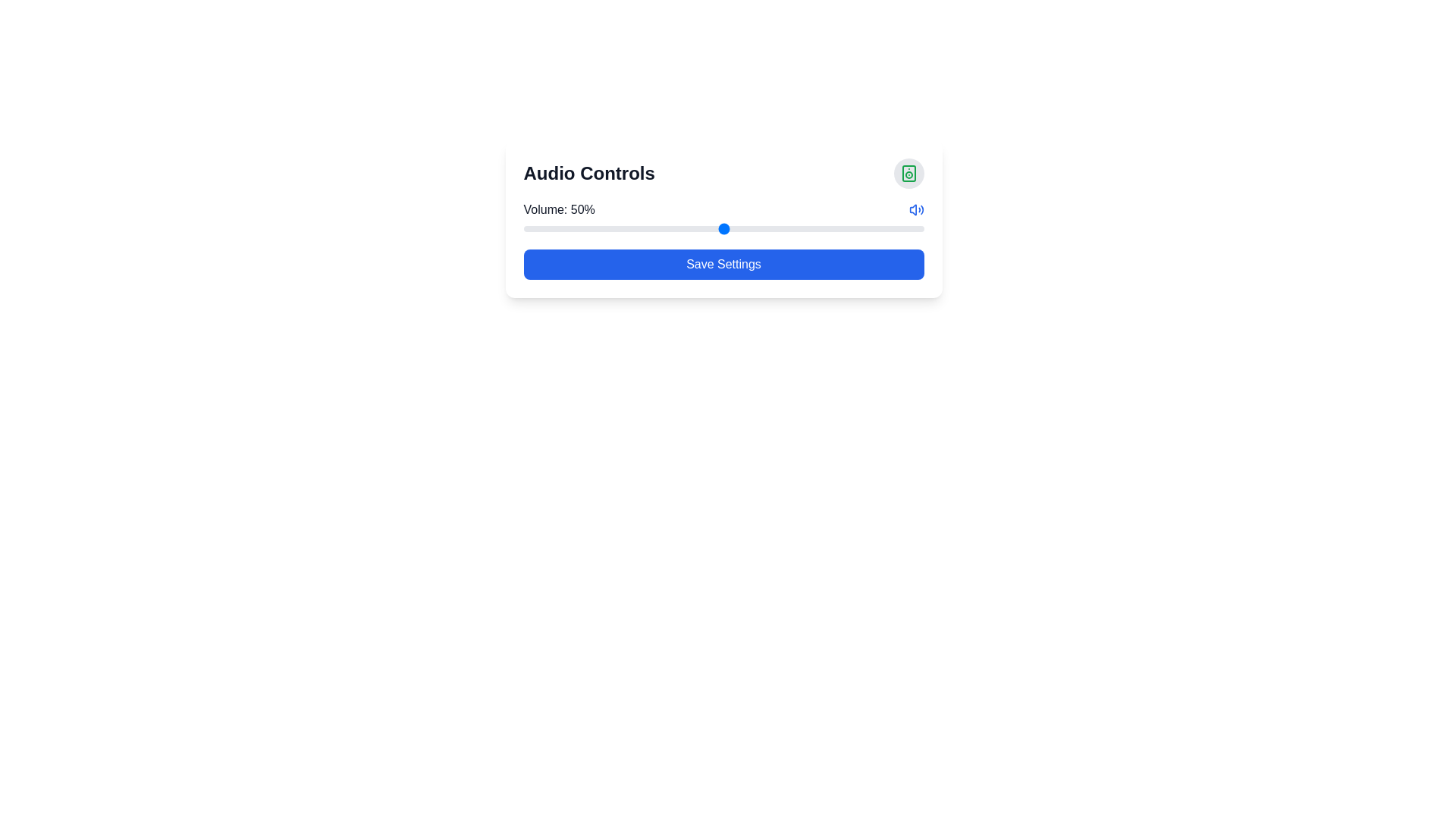  I want to click on the blue speaker-related icon positioned immediately to the right of the text 'Volume: 50%' in the audio volume controls interface, so click(915, 210).